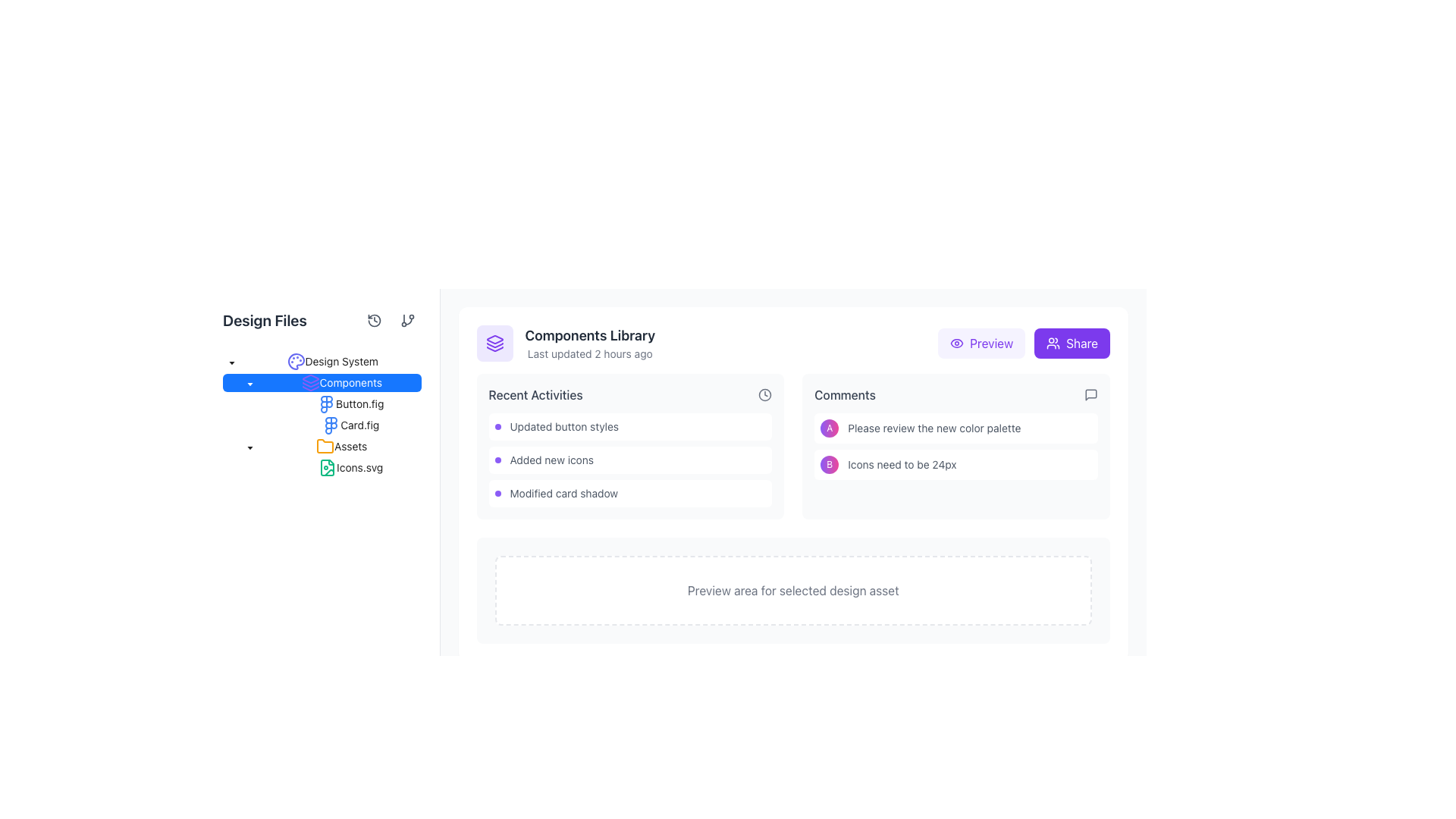 This screenshot has width=1456, height=819. Describe the element at coordinates (1072, 343) in the screenshot. I see `the sharing button located in the top-right section of the interface, adjacent to the 'Preview' button, to initiate sharing functionality` at that location.